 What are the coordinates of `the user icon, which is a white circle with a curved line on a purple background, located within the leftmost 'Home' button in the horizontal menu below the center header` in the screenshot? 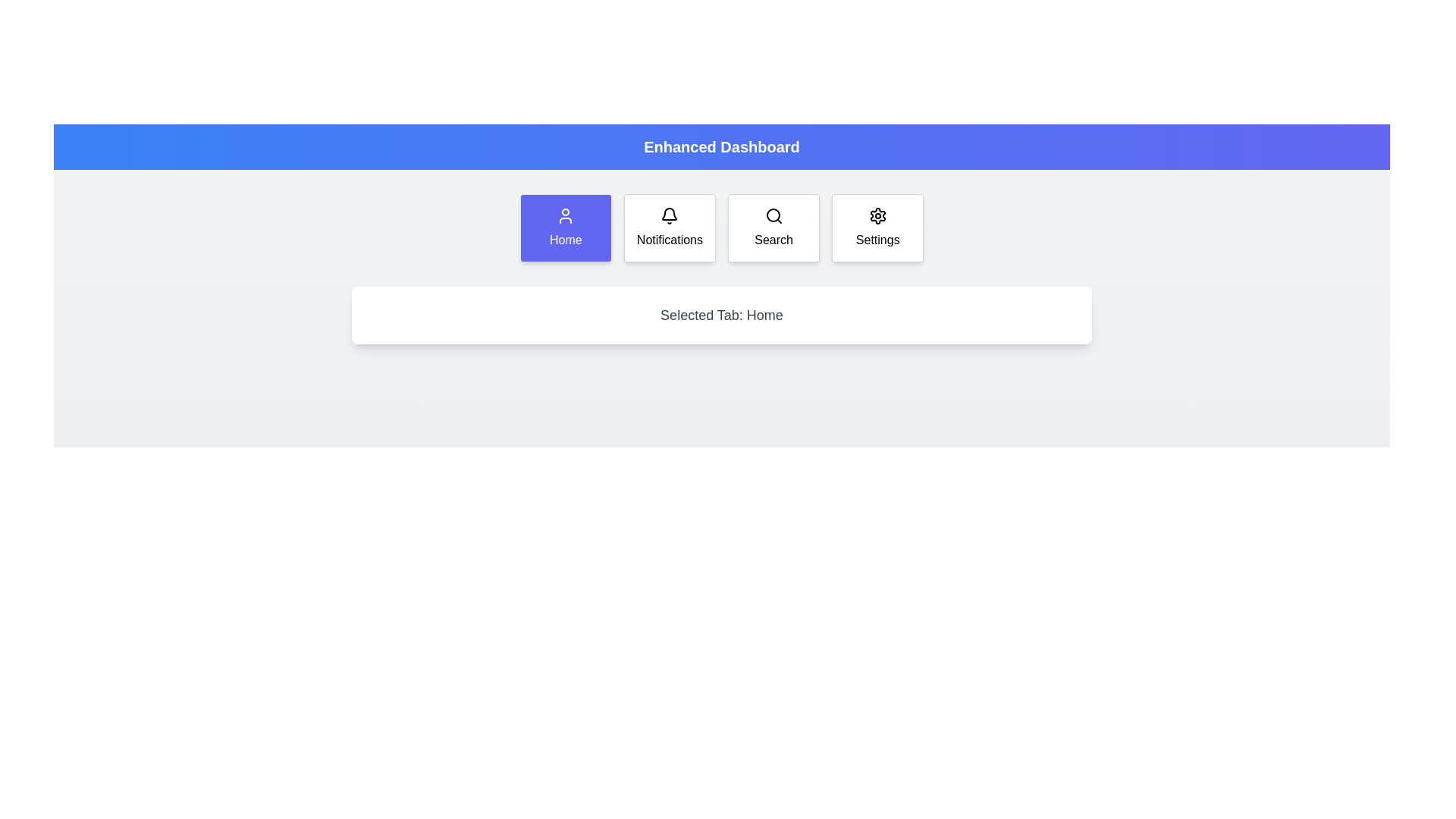 It's located at (565, 216).